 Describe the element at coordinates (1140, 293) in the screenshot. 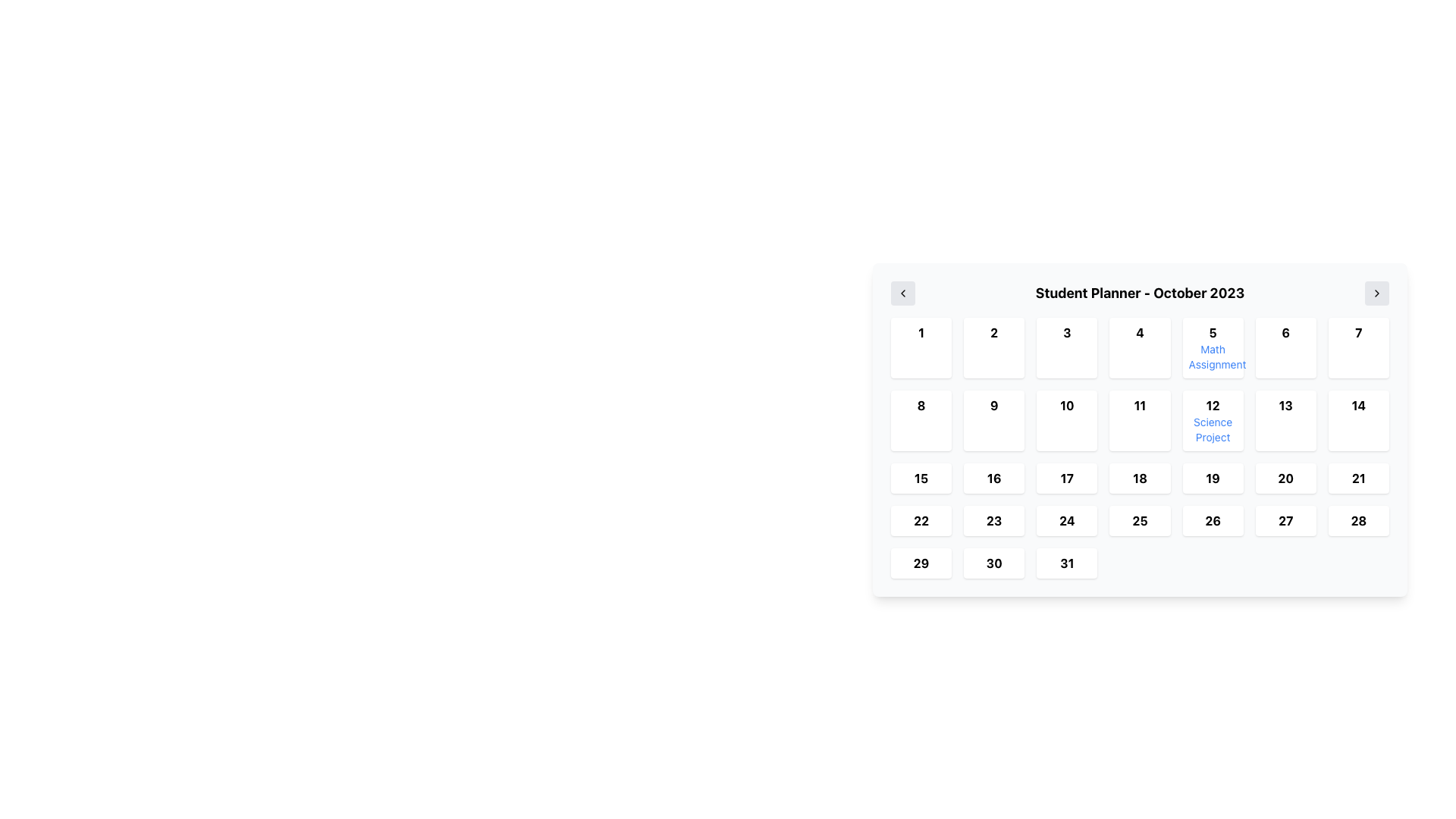

I see `text displayed in the calendar header indicating the planner's name and the current month and year` at that location.